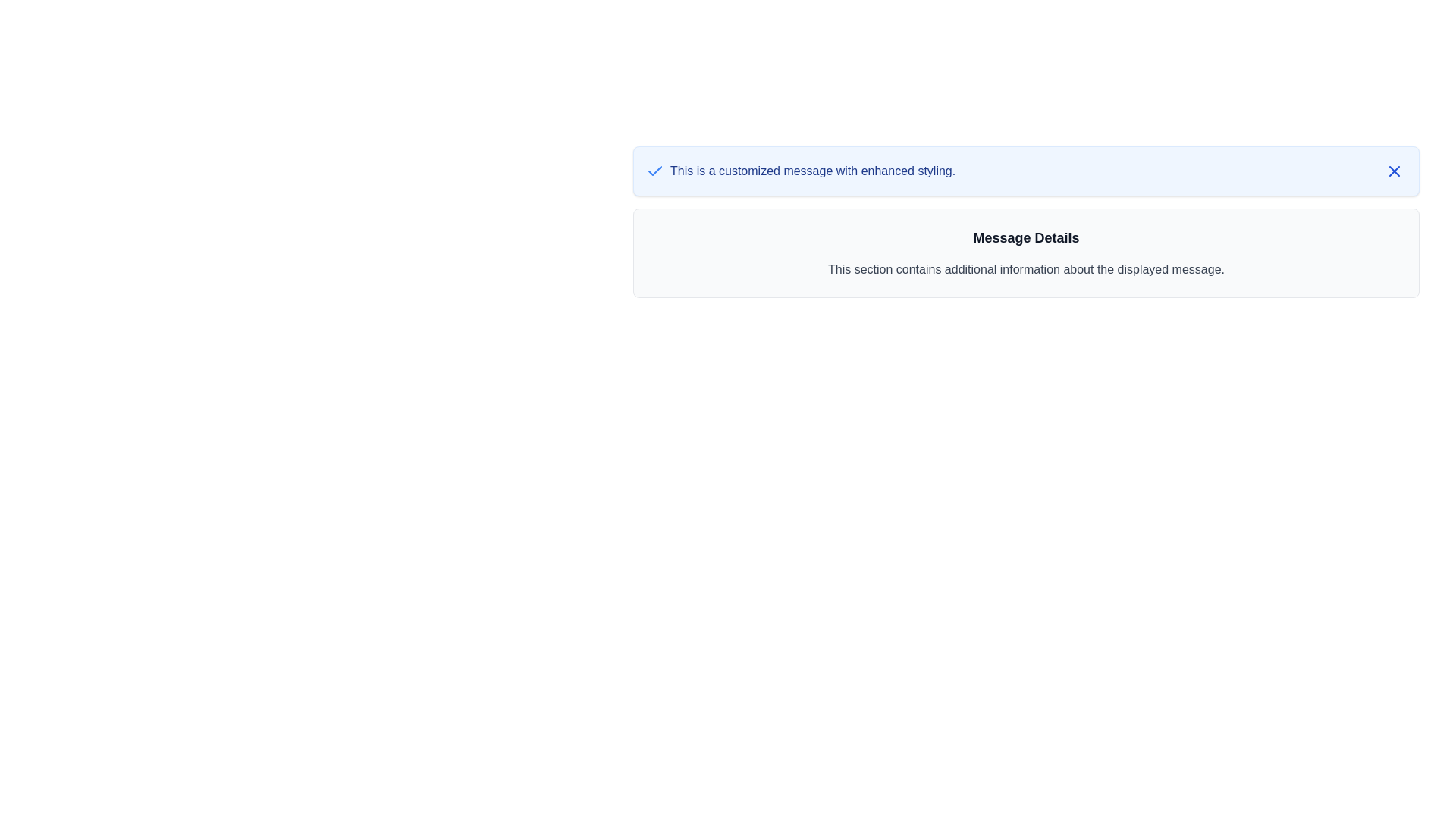 Image resolution: width=1456 pixels, height=819 pixels. What do you see at coordinates (812, 171) in the screenshot?
I see `the static text component displaying 'This is a customized message with enhanced styling.' to possibly reveal more details` at bounding box center [812, 171].